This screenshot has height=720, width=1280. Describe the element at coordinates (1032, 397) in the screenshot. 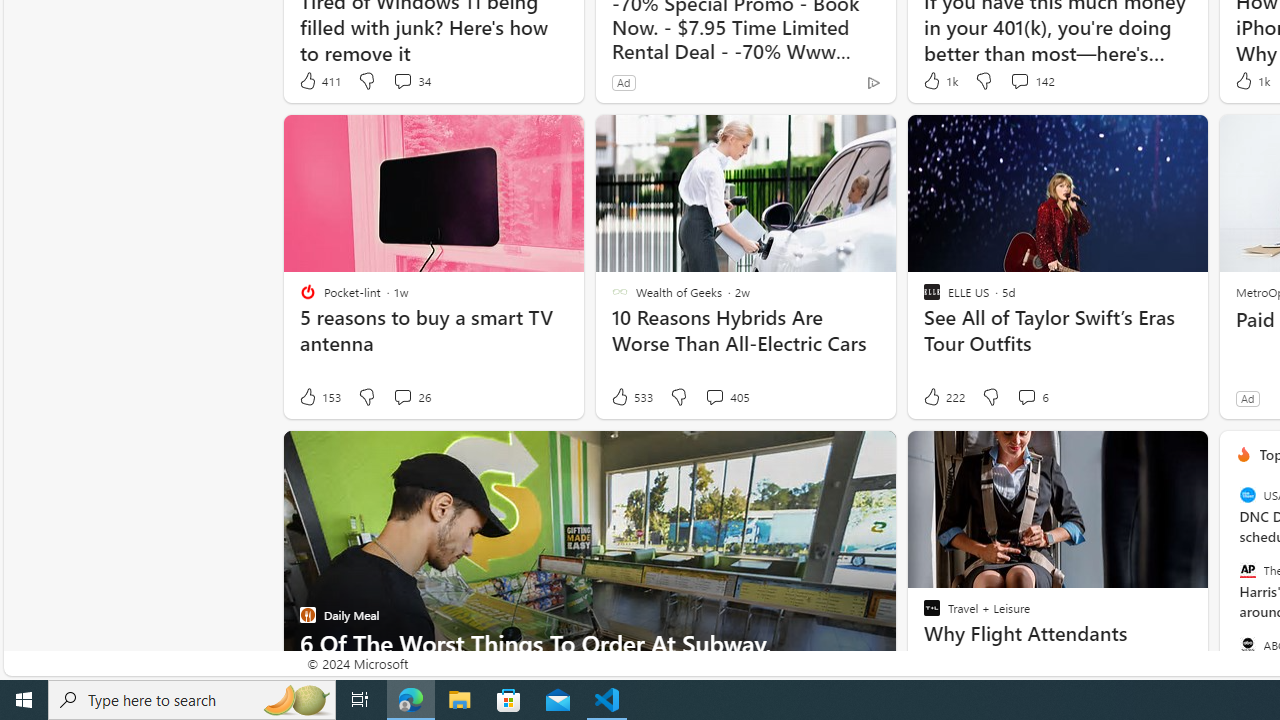

I see `'View comments 6 Comment'` at that location.